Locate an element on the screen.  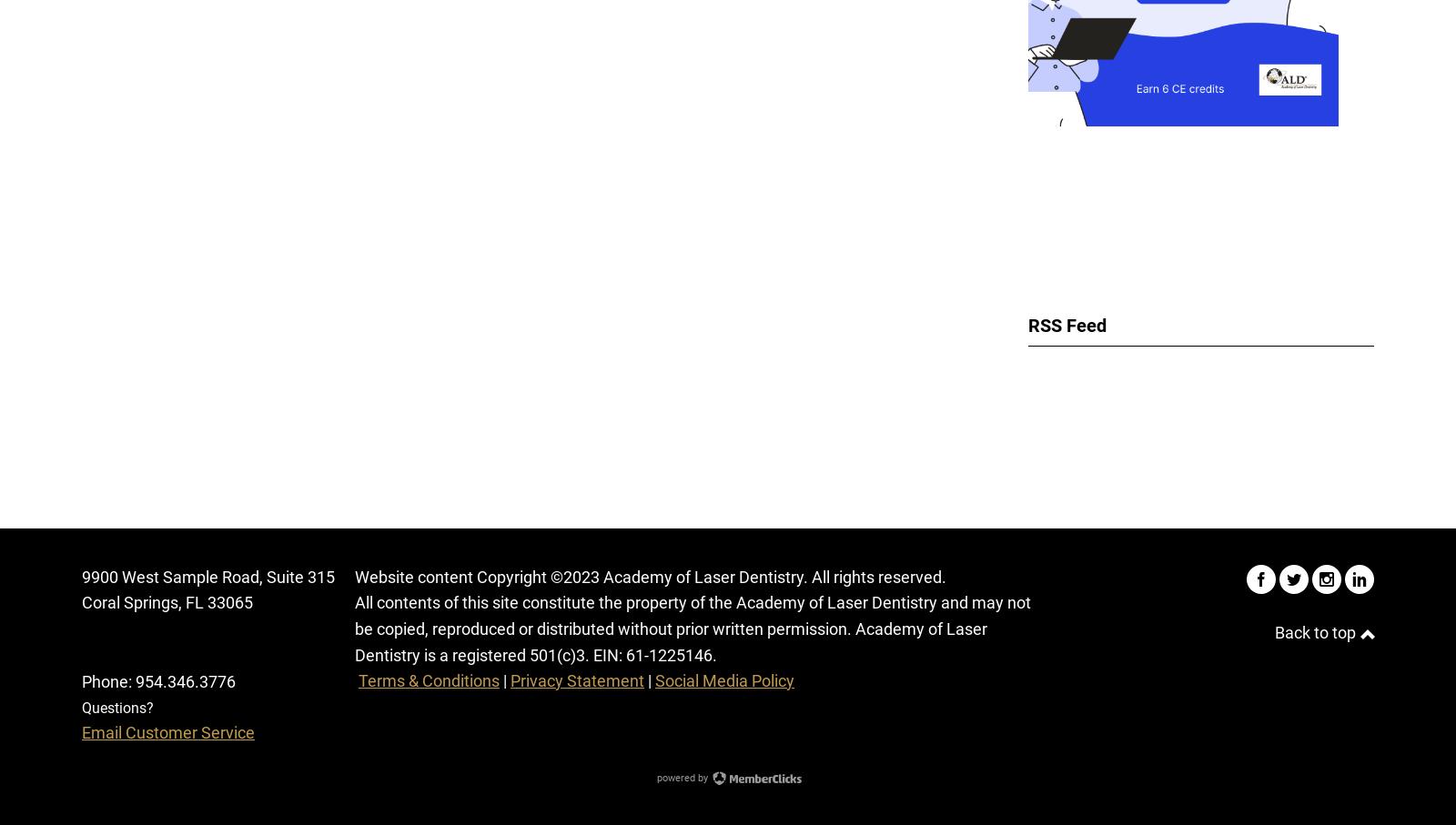
'RSS Feed' is located at coordinates (1067, 323).